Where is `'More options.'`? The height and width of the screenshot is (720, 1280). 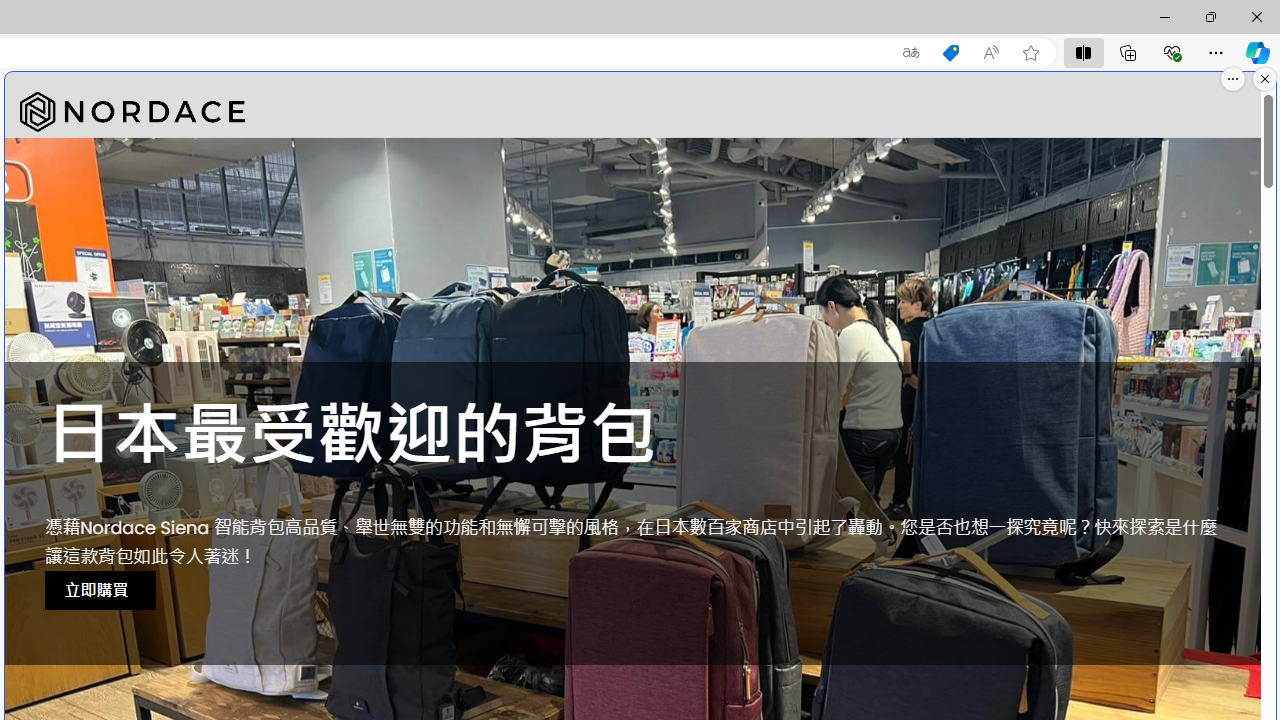
'More options.' is located at coordinates (1232, 78).